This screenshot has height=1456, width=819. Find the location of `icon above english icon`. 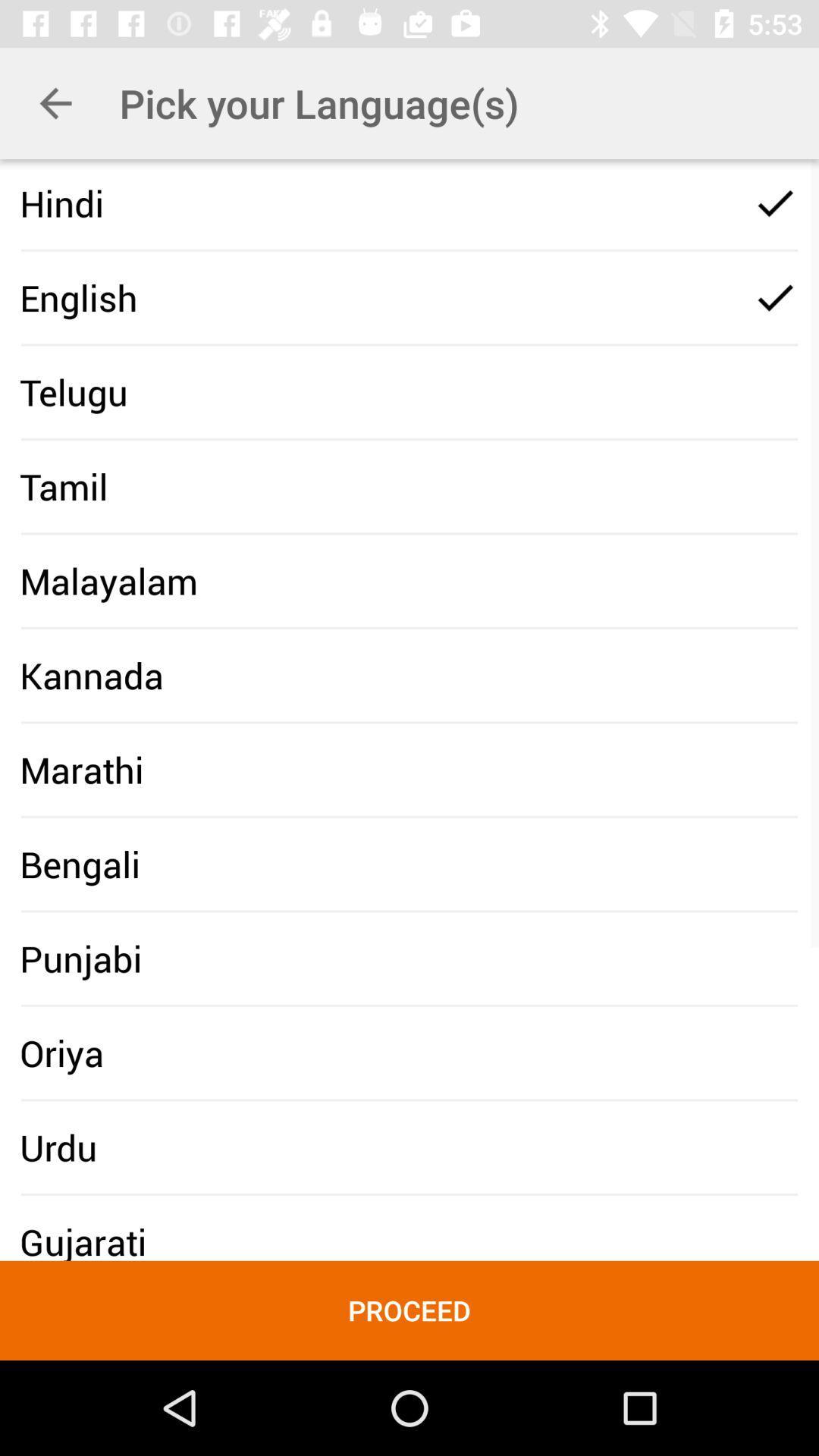

icon above english icon is located at coordinates (61, 202).